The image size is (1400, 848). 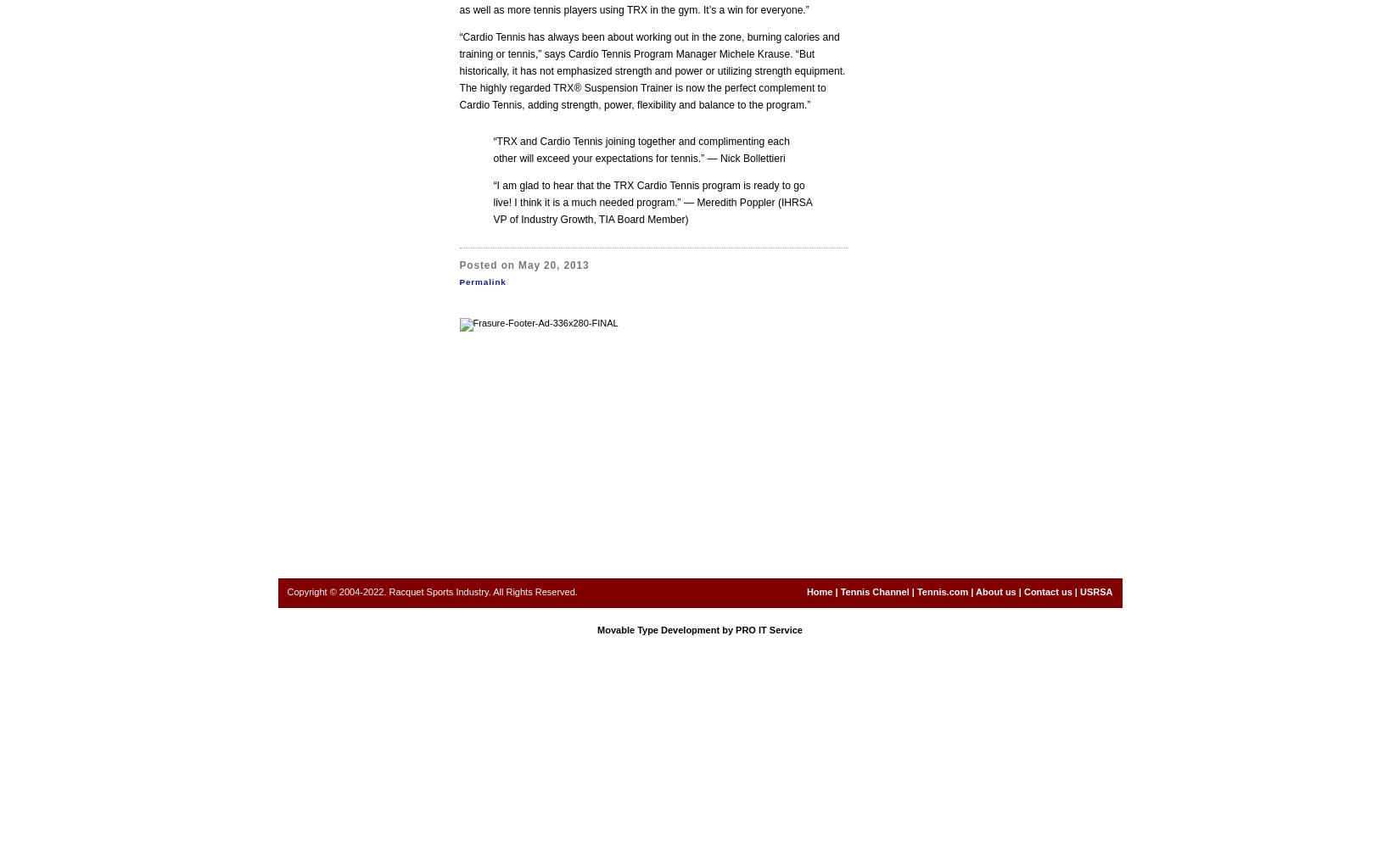 What do you see at coordinates (995, 591) in the screenshot?
I see `'About us'` at bounding box center [995, 591].